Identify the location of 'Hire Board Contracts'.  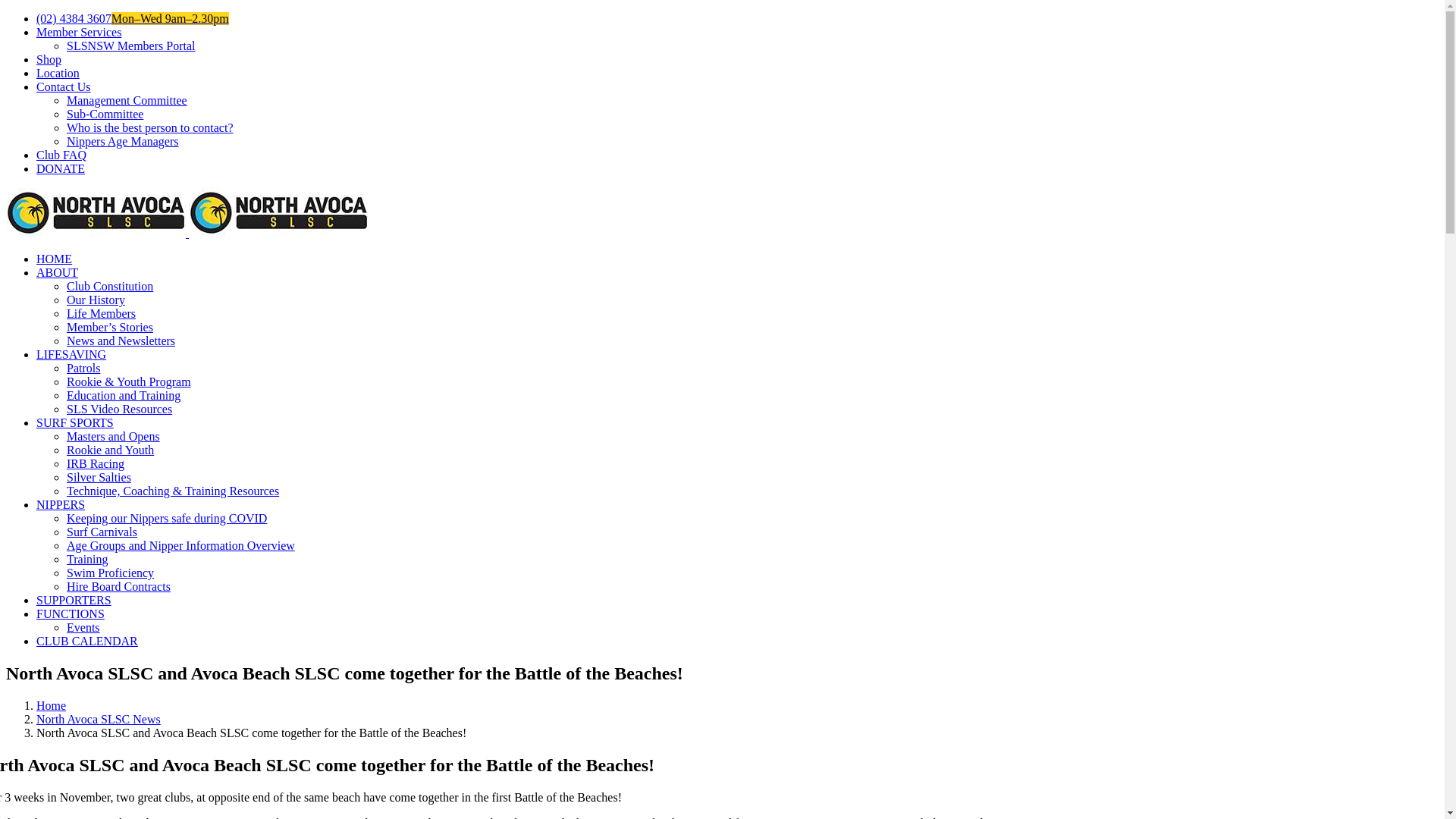
(118, 585).